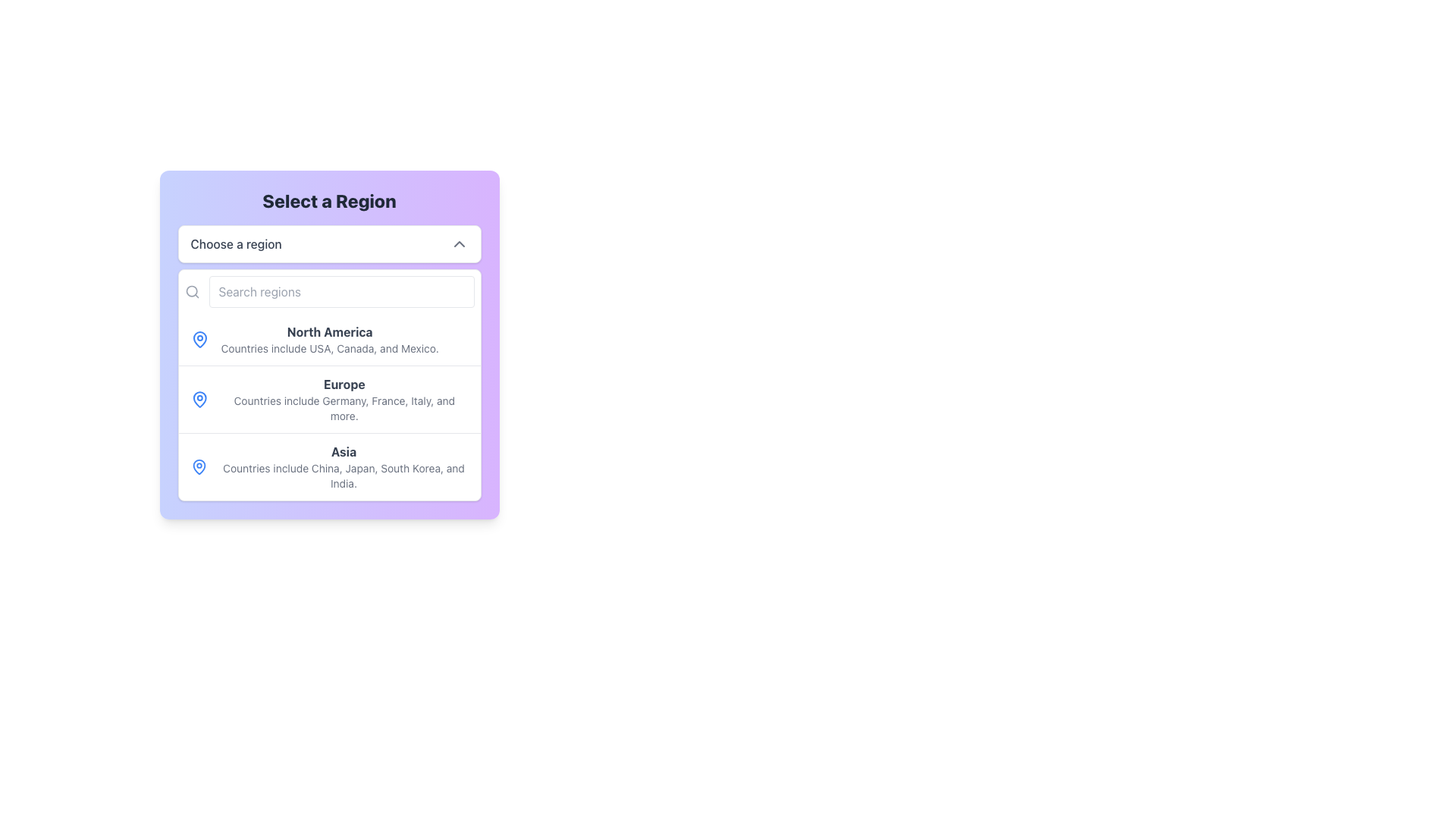 The width and height of the screenshot is (1456, 819). What do you see at coordinates (191, 292) in the screenshot?
I see `the search feature icon located to the left of the 'Search regions' text input field` at bounding box center [191, 292].